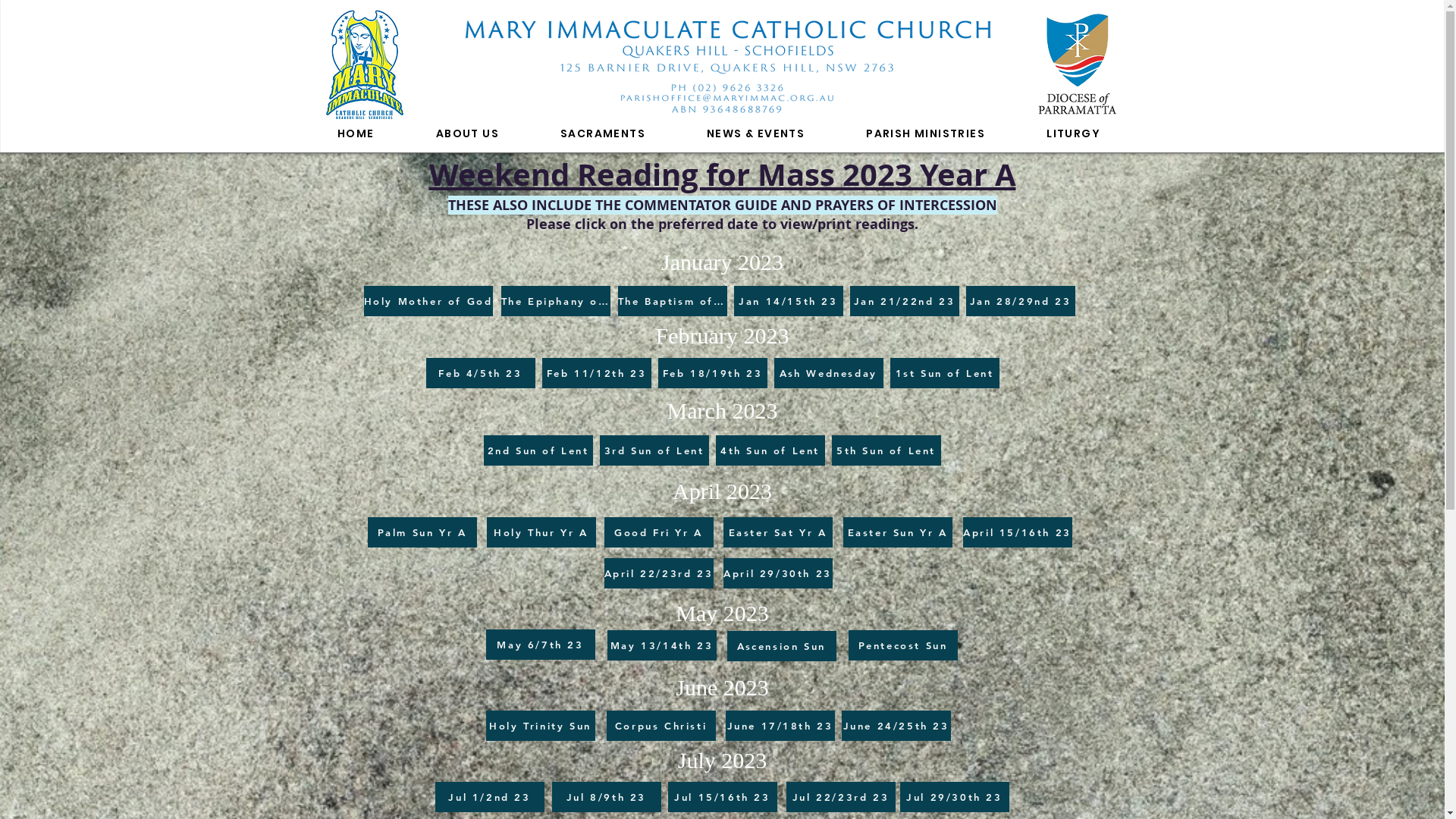 The width and height of the screenshot is (1456, 819). I want to click on 'Jan 28/29nd 23', so click(1020, 301).